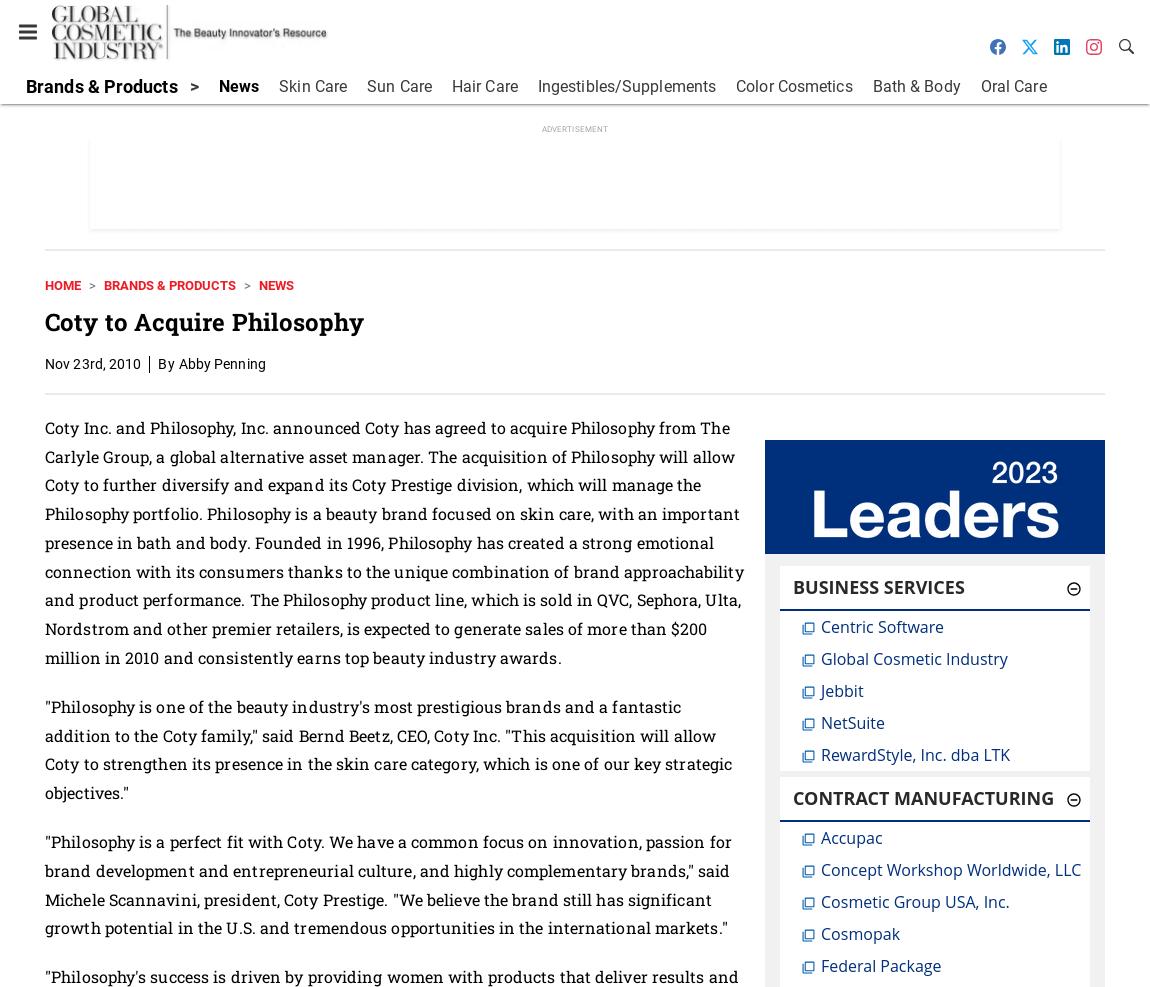 Image resolution: width=1150 pixels, height=987 pixels. Describe the element at coordinates (203, 319) in the screenshot. I see `'Coty to Acquire Philosophy'` at that location.